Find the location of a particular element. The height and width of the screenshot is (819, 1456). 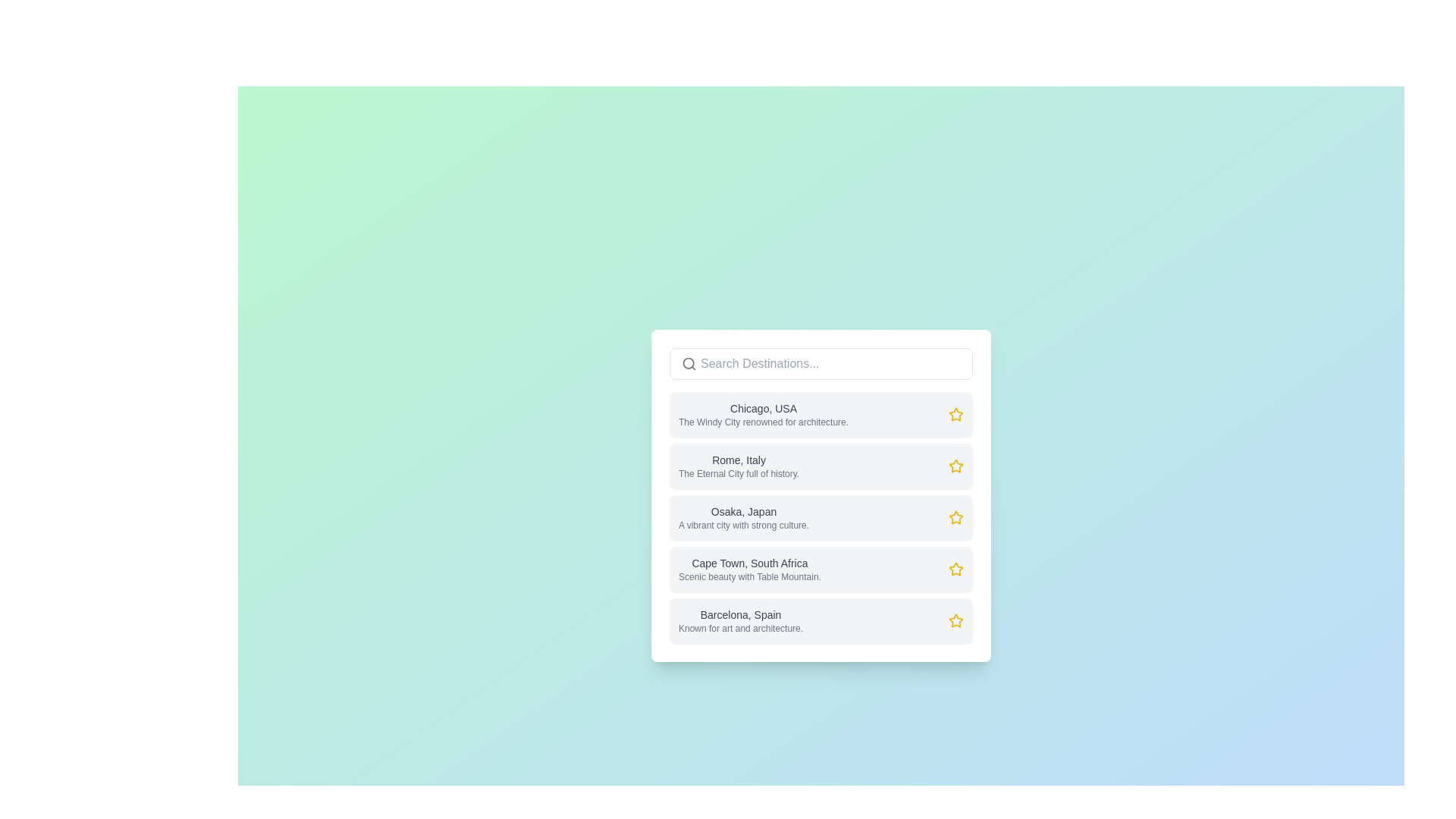

the star icon at the extreme right of the list item associated with 'Rome, Italy' is located at coordinates (955, 465).